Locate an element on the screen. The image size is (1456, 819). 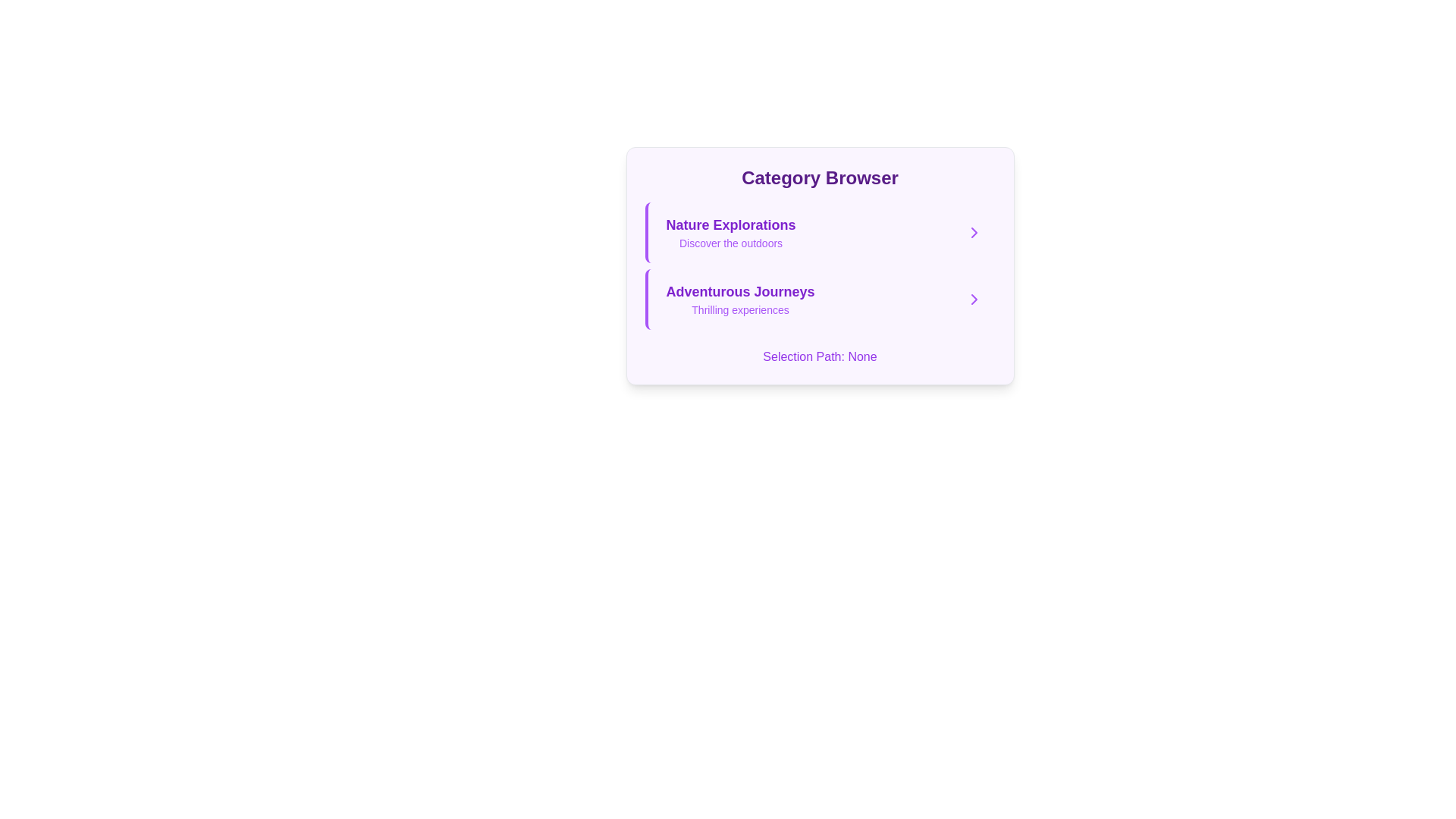
the text label titled 'Adventurous Journeys', which serves as a header for a category or section, positioned below 'Nature Explorations' is located at coordinates (740, 292).